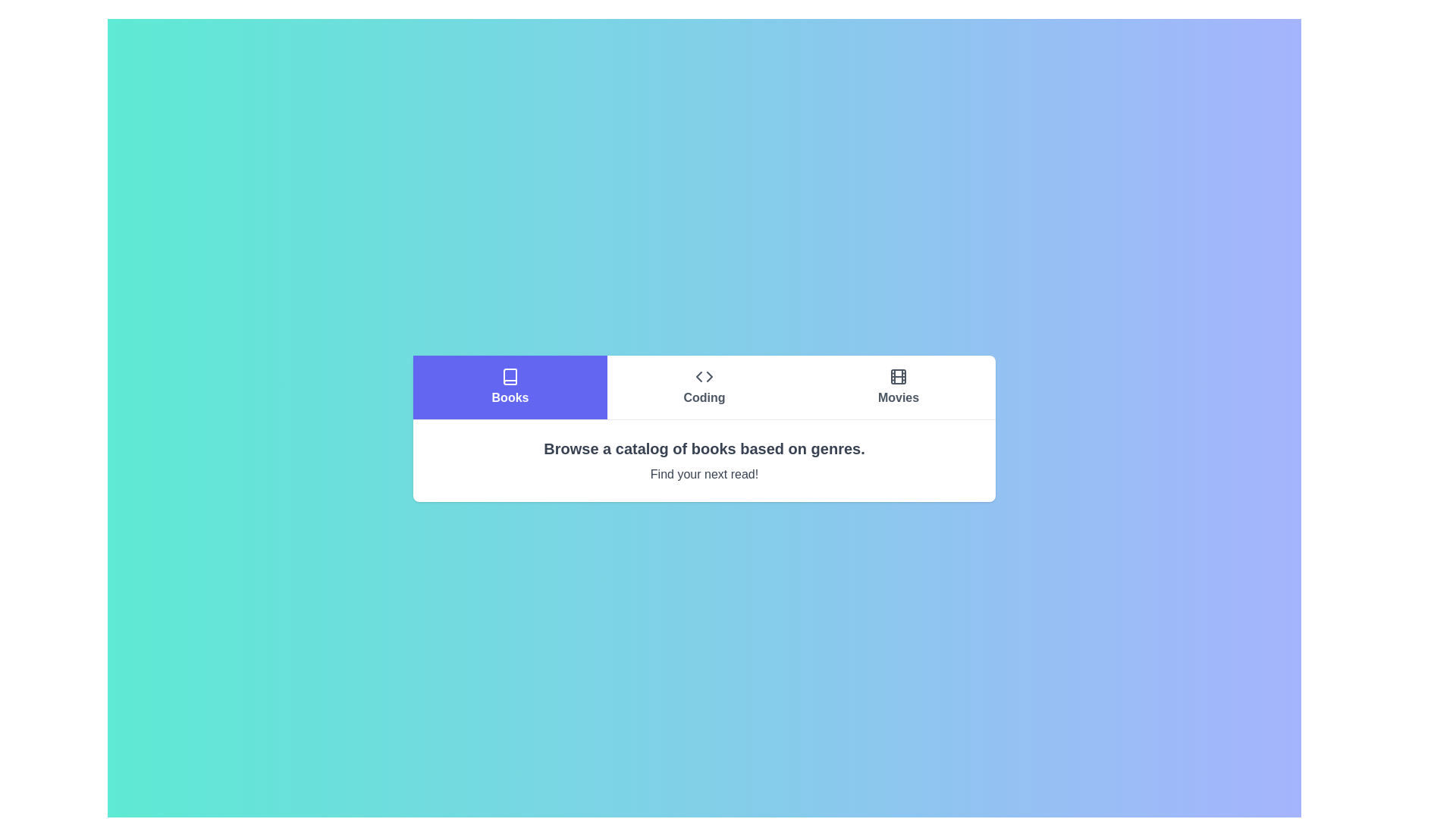 The height and width of the screenshot is (819, 1456). What do you see at coordinates (510, 386) in the screenshot?
I see `the button labeled Books to observe its hover state` at bounding box center [510, 386].